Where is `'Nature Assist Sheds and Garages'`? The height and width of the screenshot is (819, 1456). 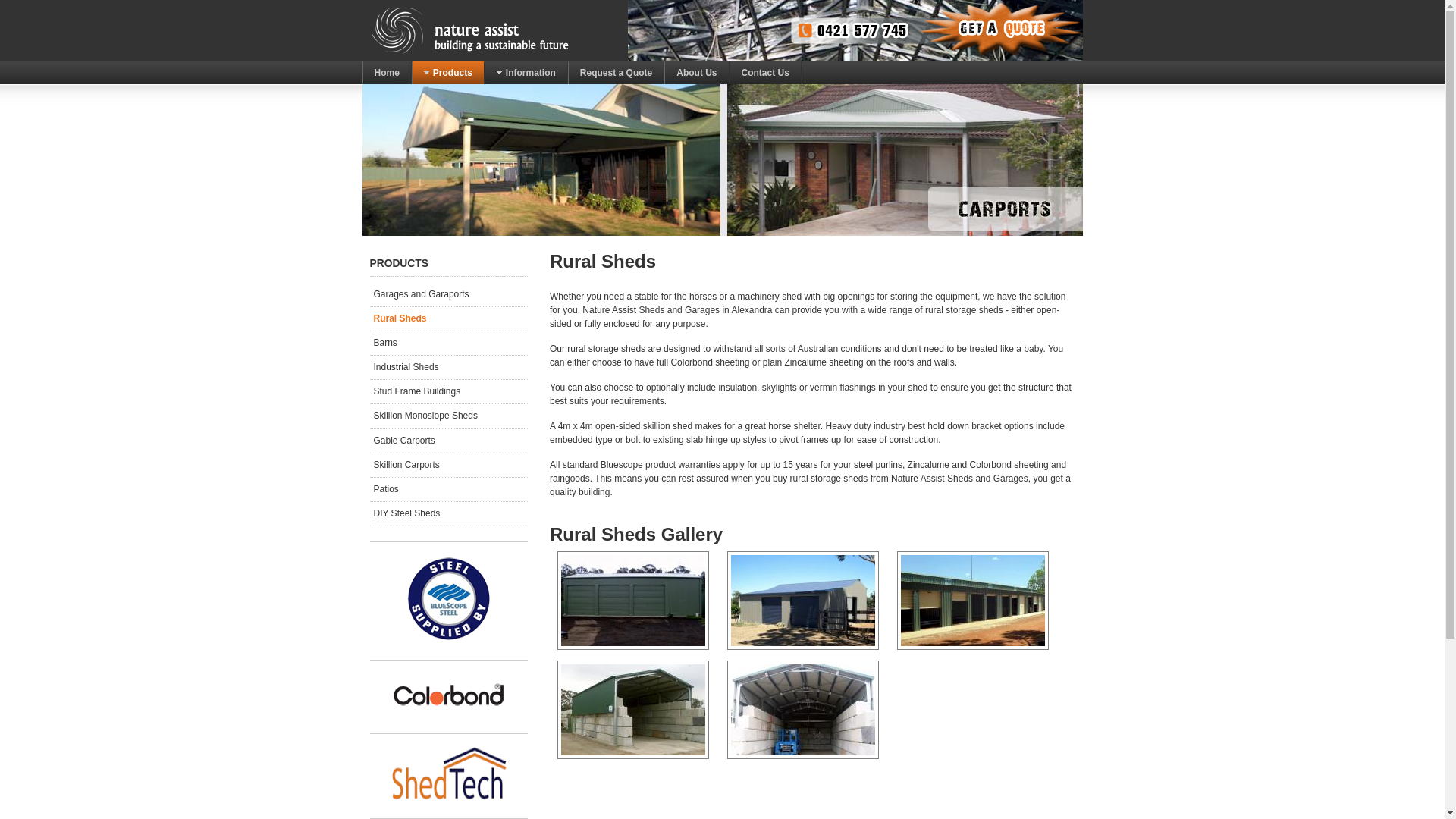
'Nature Assist Sheds and Garages' is located at coordinates (370, 30).